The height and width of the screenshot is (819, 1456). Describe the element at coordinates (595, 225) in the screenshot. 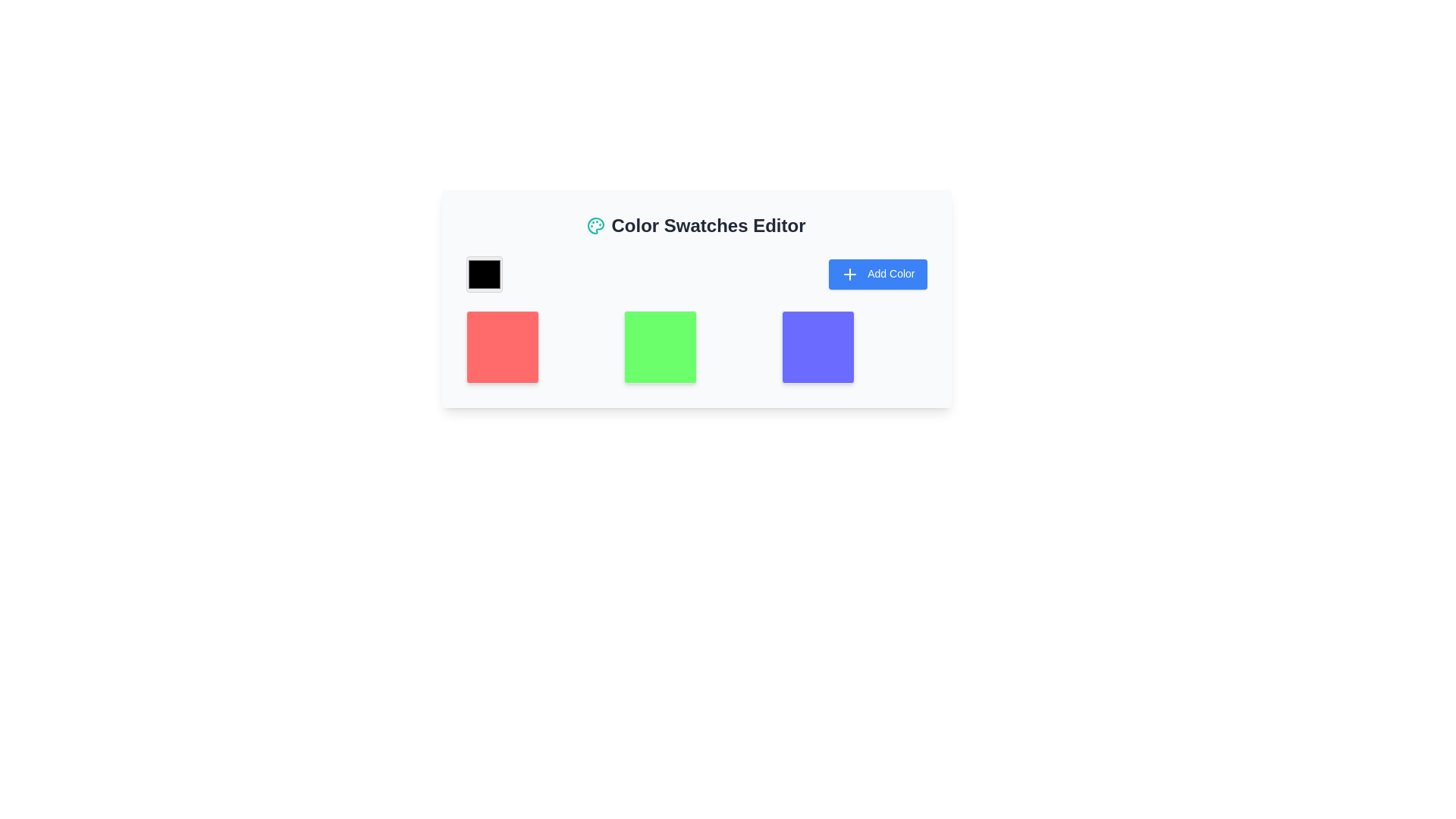

I see `the circular teal icon resembling a painter's palette located at the top-center of the interface, next to the 'Color Swatches Editor' label` at that location.